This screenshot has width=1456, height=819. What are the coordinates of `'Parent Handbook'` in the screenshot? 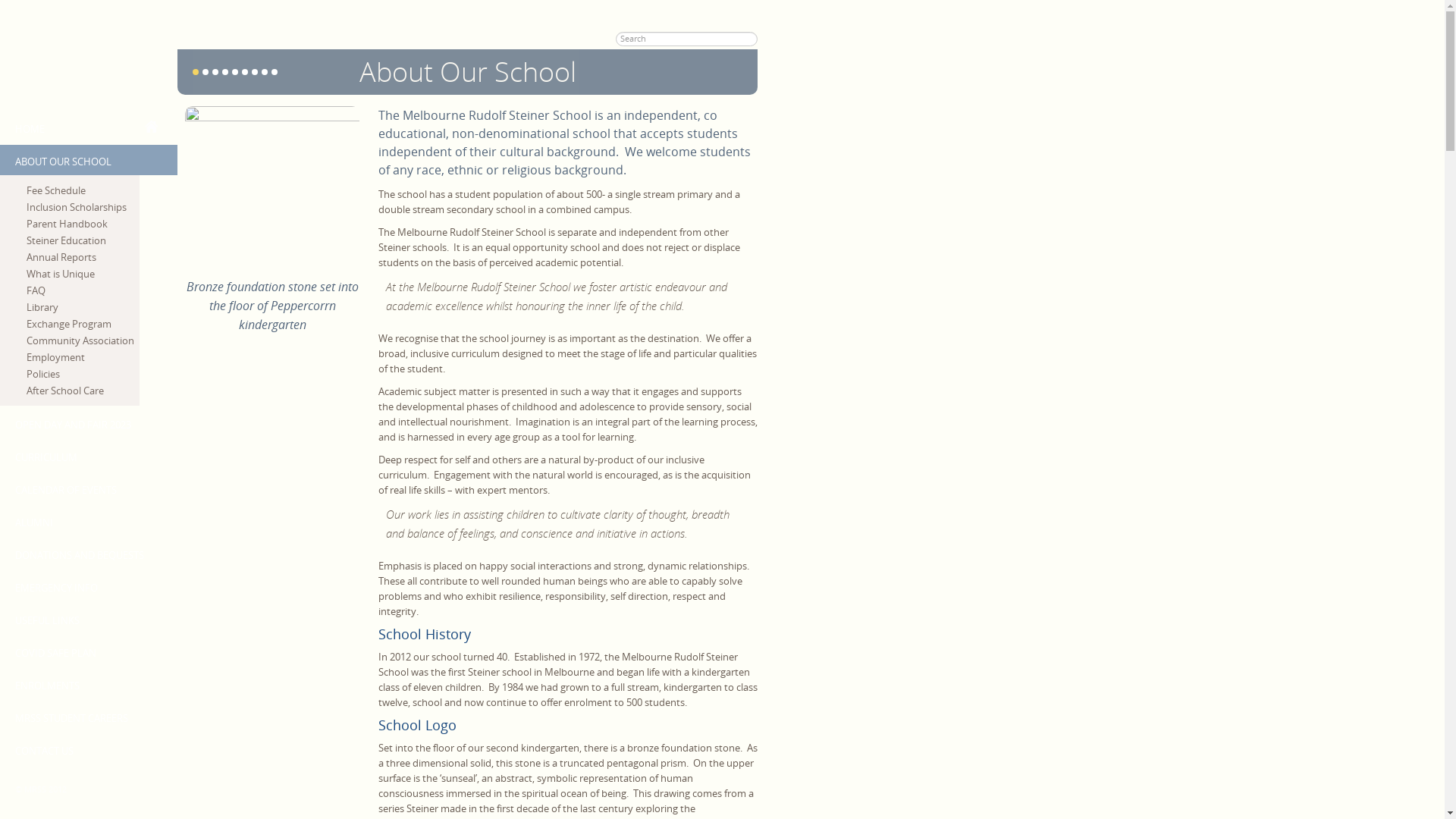 It's located at (82, 223).